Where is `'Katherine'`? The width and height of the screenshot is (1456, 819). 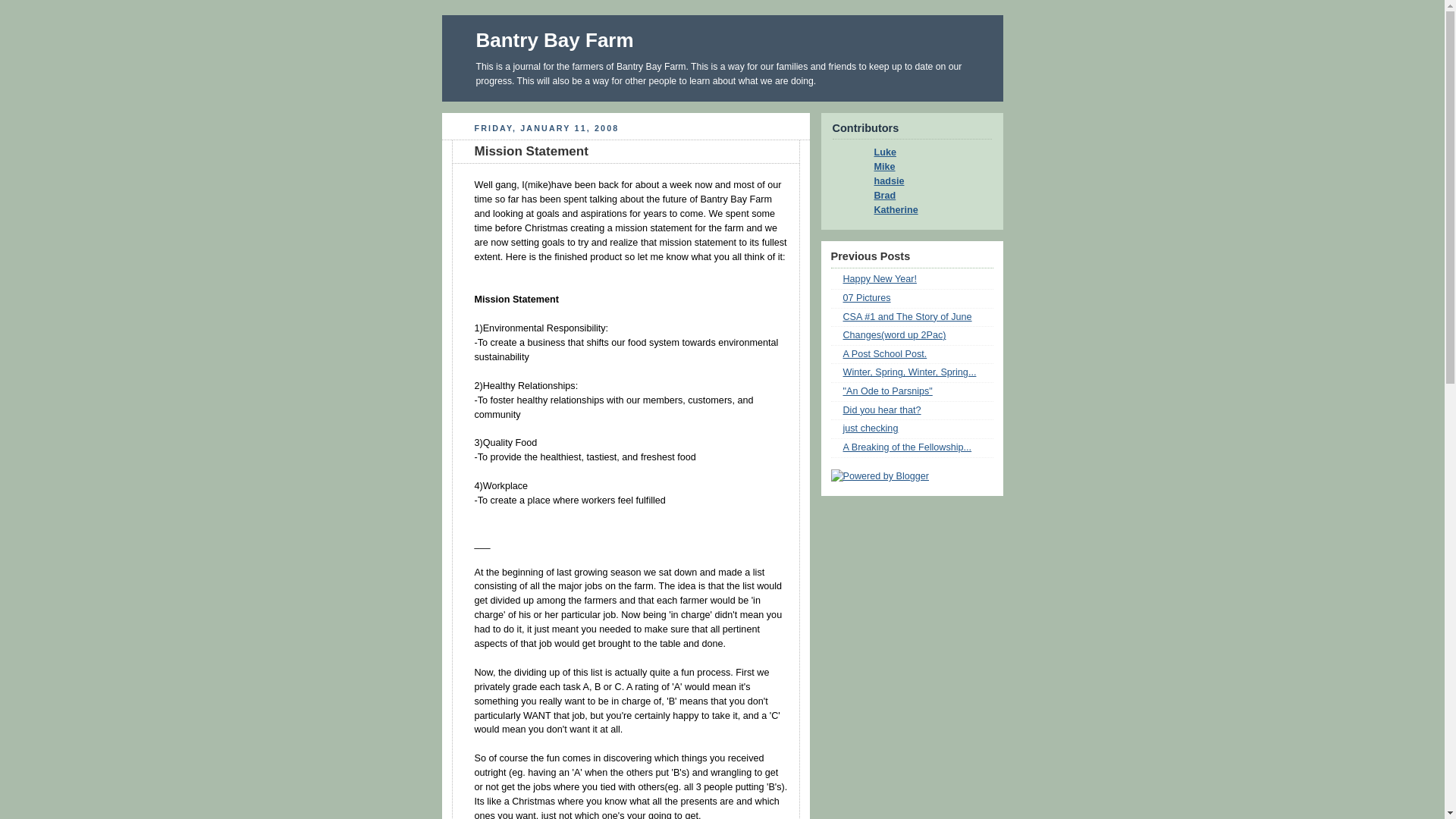 'Katherine' is located at coordinates (862, 210).